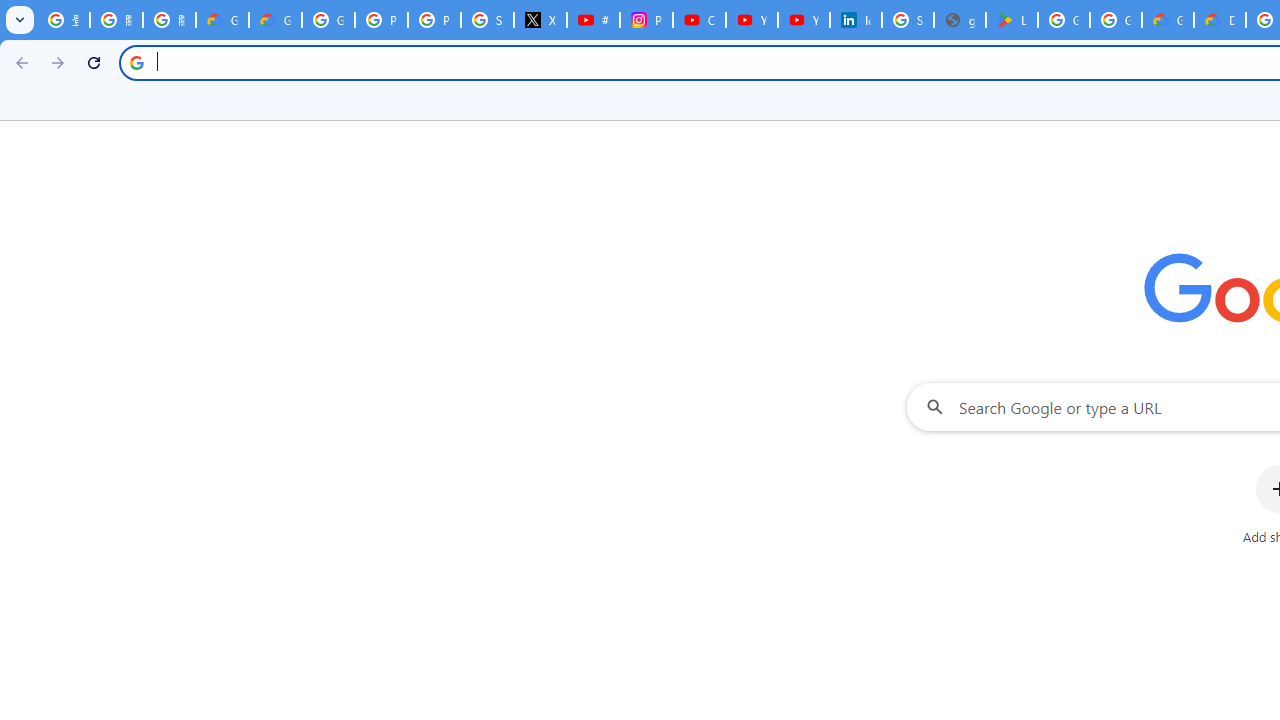 The height and width of the screenshot is (720, 1280). What do you see at coordinates (433, 20) in the screenshot?
I see `'Privacy Help Center - Policies Help'` at bounding box center [433, 20].